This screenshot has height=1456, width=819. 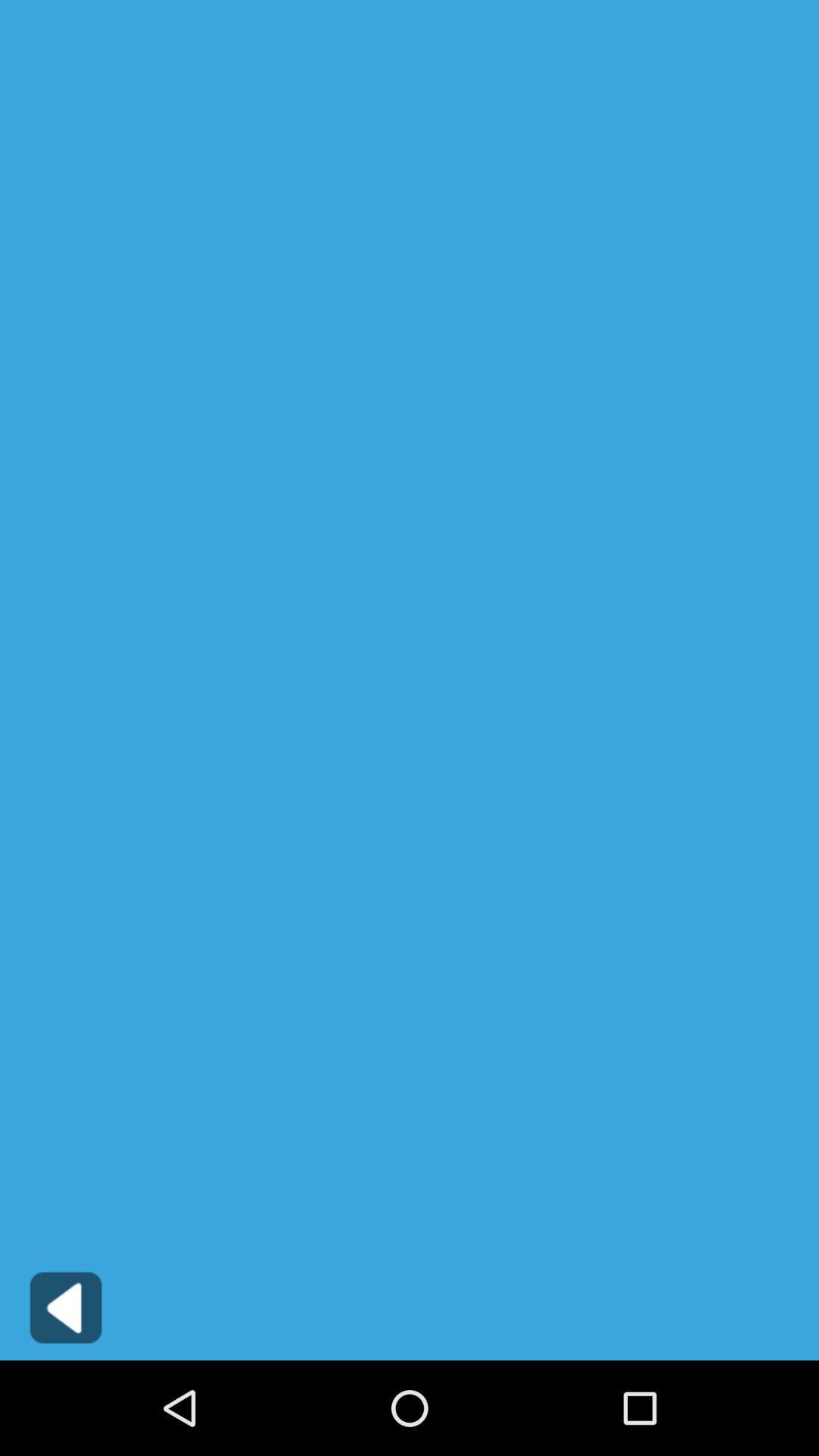 What do you see at coordinates (65, 1307) in the screenshot?
I see `back` at bounding box center [65, 1307].